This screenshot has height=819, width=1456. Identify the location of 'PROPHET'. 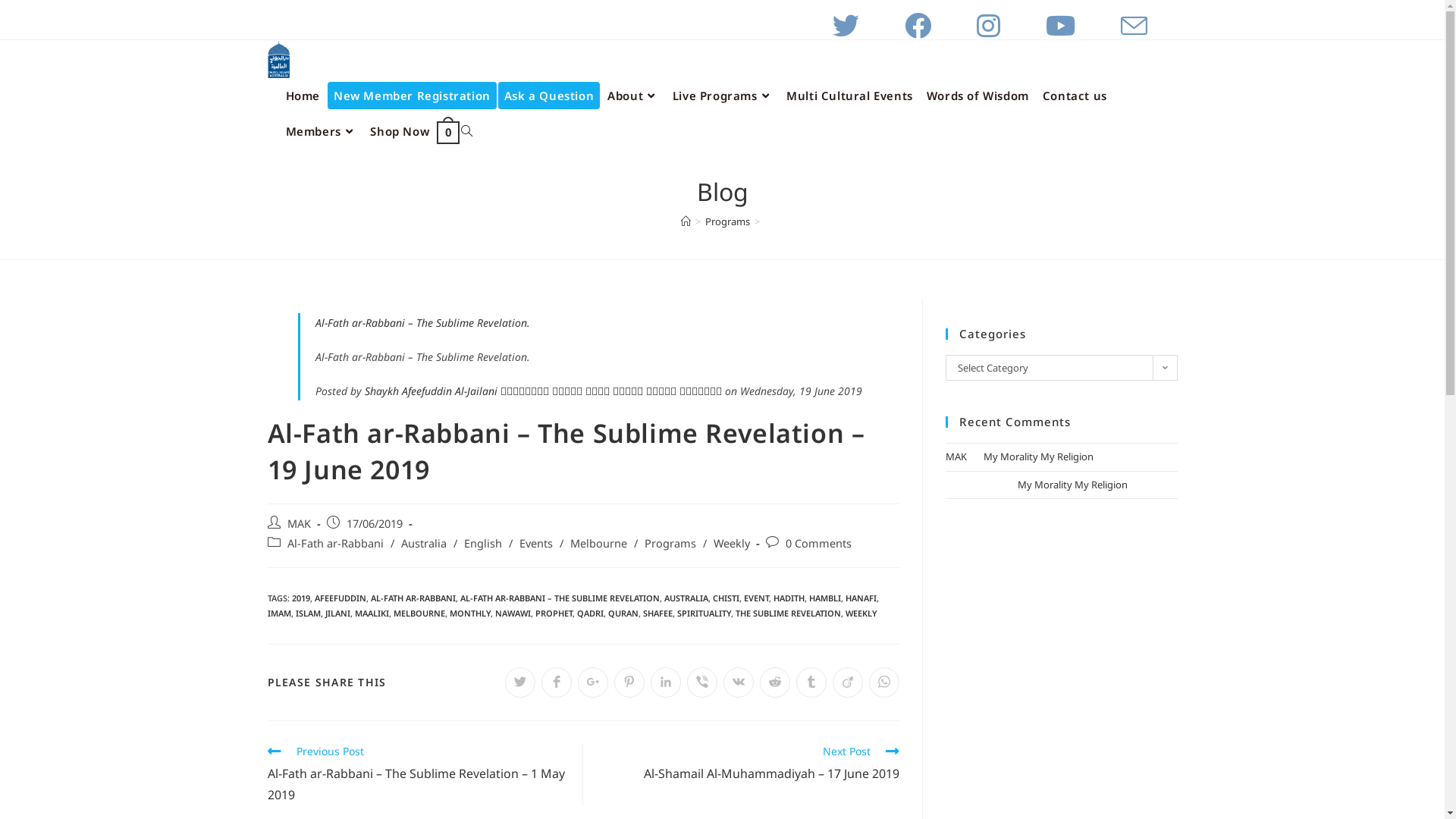
(553, 612).